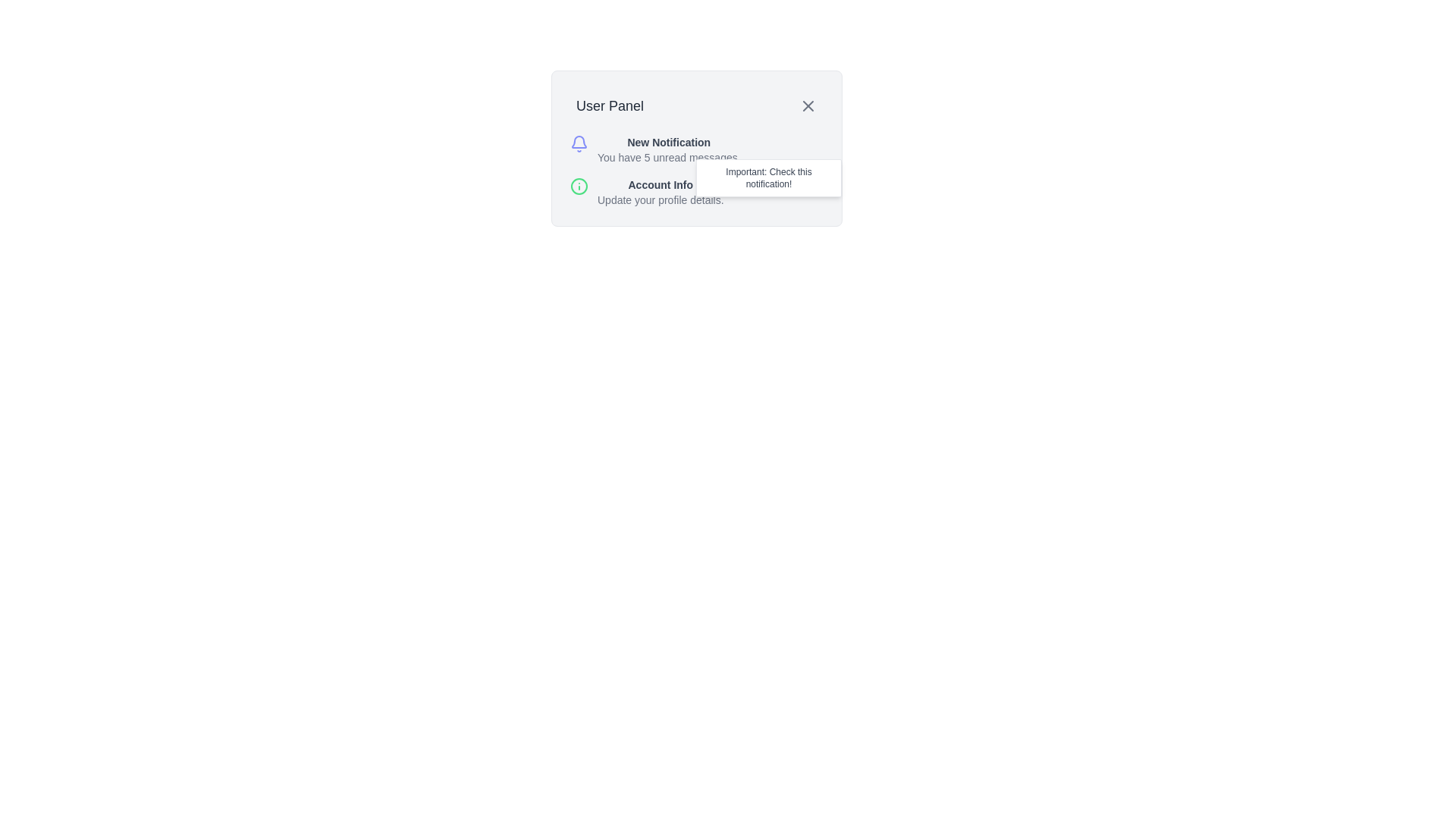  What do you see at coordinates (661, 199) in the screenshot?
I see `the descriptive text label located under the 'Account Info' section, which provides additional information or context related to the account` at bounding box center [661, 199].